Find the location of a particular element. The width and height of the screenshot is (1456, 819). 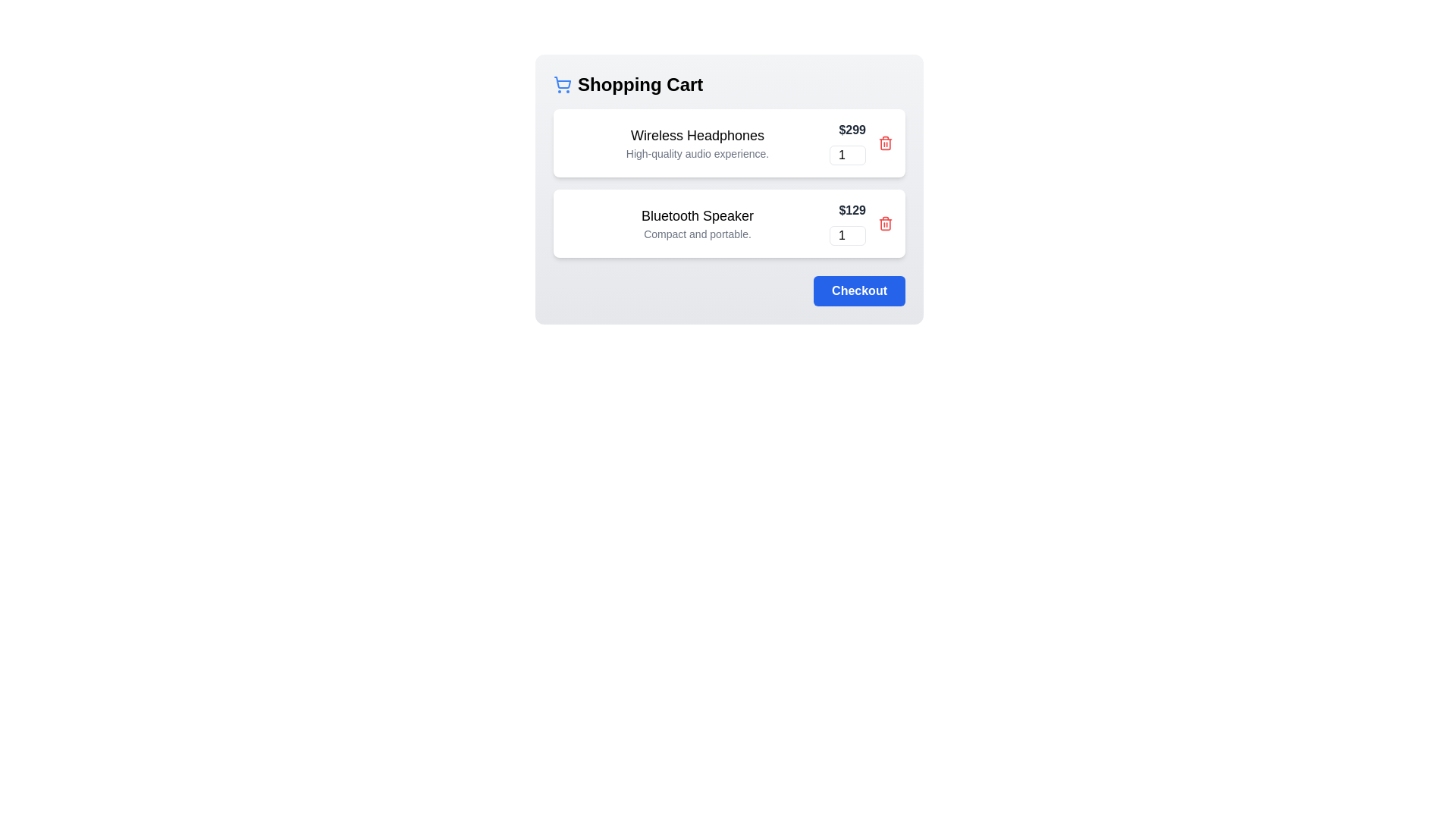

the trash icon to remove Bluetooth Speaker from the cart is located at coordinates (885, 223).